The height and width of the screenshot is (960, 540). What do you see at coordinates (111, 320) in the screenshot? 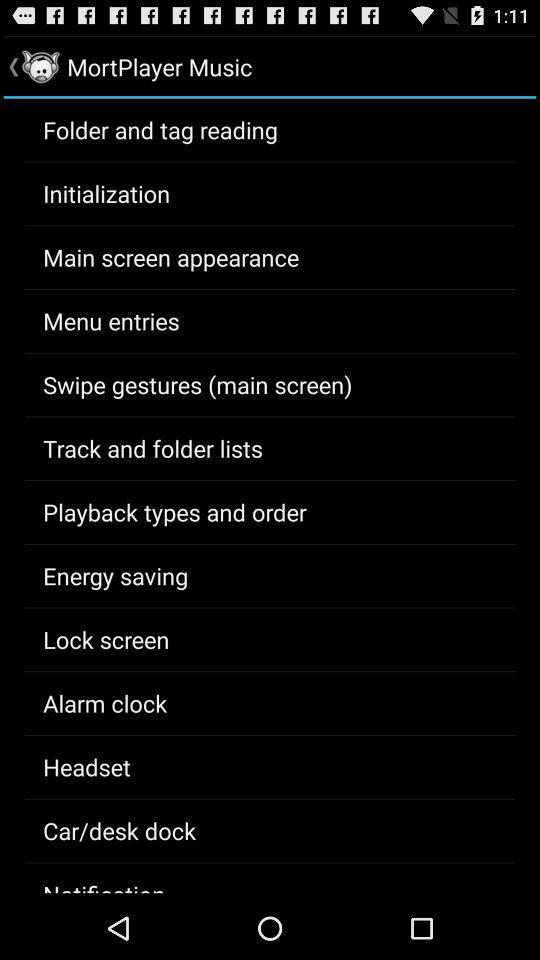
I see `the icon below the main screen appearance` at bounding box center [111, 320].